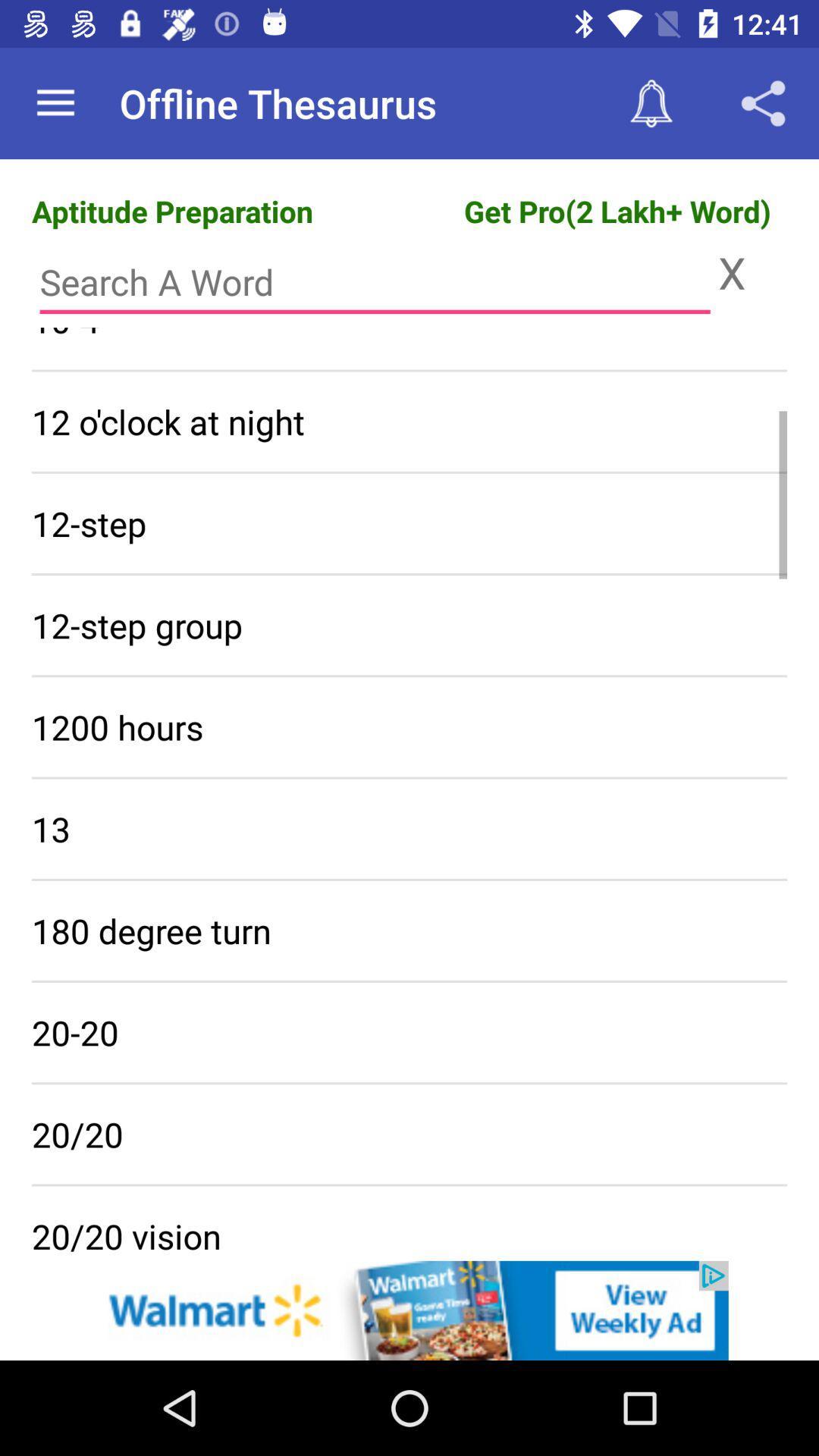 This screenshot has height=1456, width=819. What do you see at coordinates (171, 210) in the screenshot?
I see `the text aptitude preparation` at bounding box center [171, 210].